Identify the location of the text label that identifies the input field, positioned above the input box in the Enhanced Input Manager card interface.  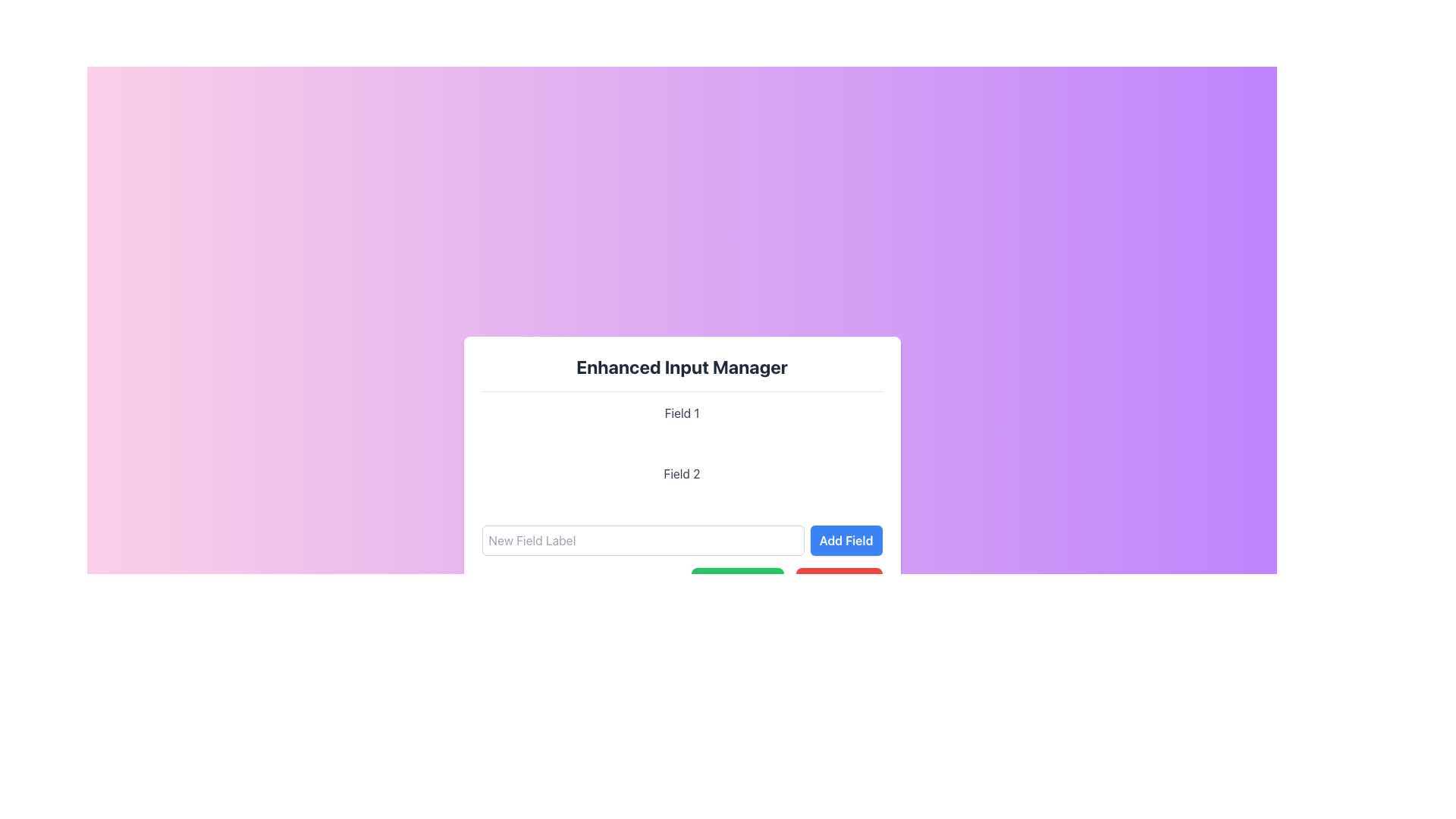
(681, 413).